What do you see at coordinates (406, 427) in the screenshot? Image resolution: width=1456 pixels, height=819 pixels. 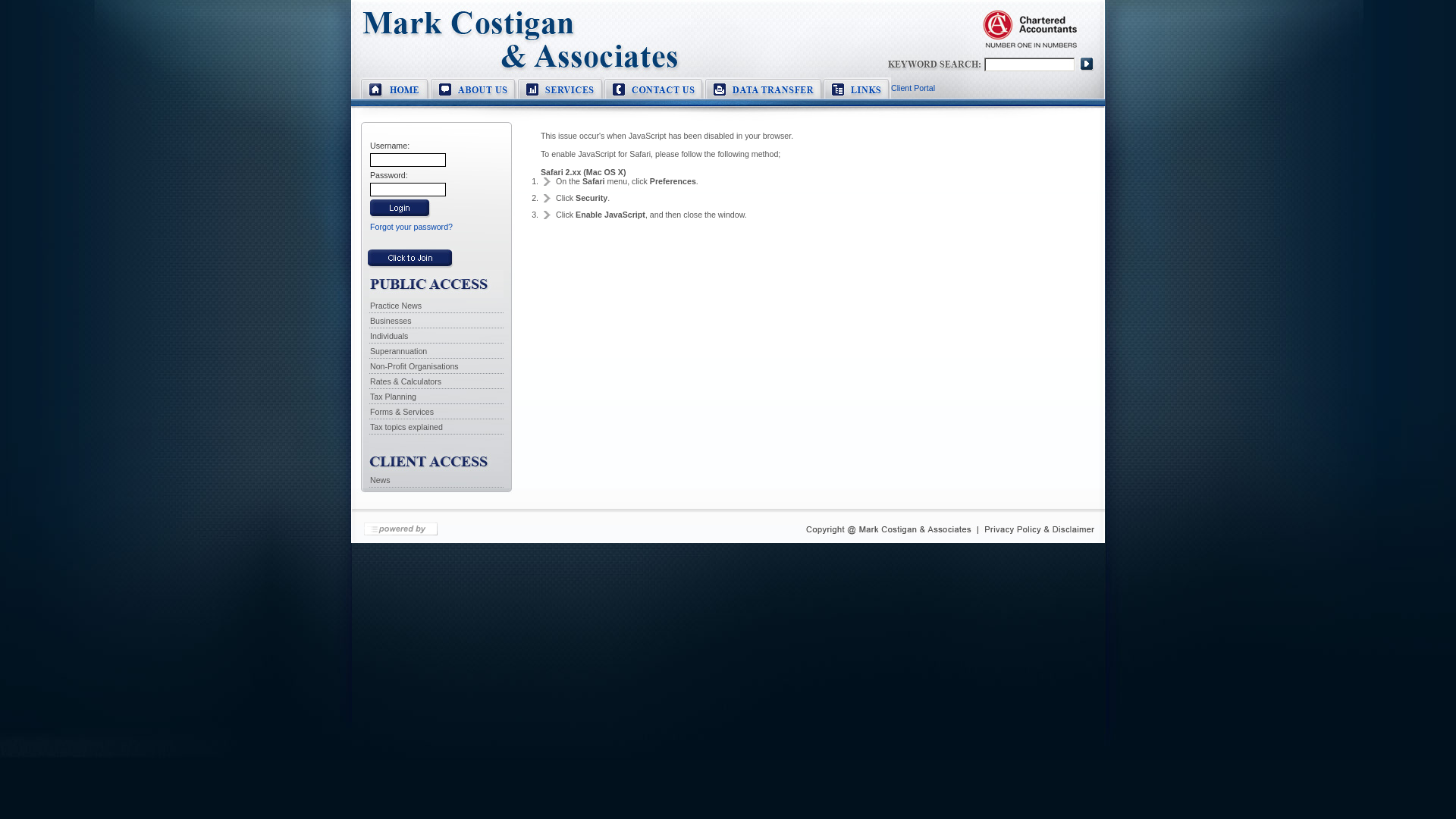 I see `'Tax topics explained'` at bounding box center [406, 427].